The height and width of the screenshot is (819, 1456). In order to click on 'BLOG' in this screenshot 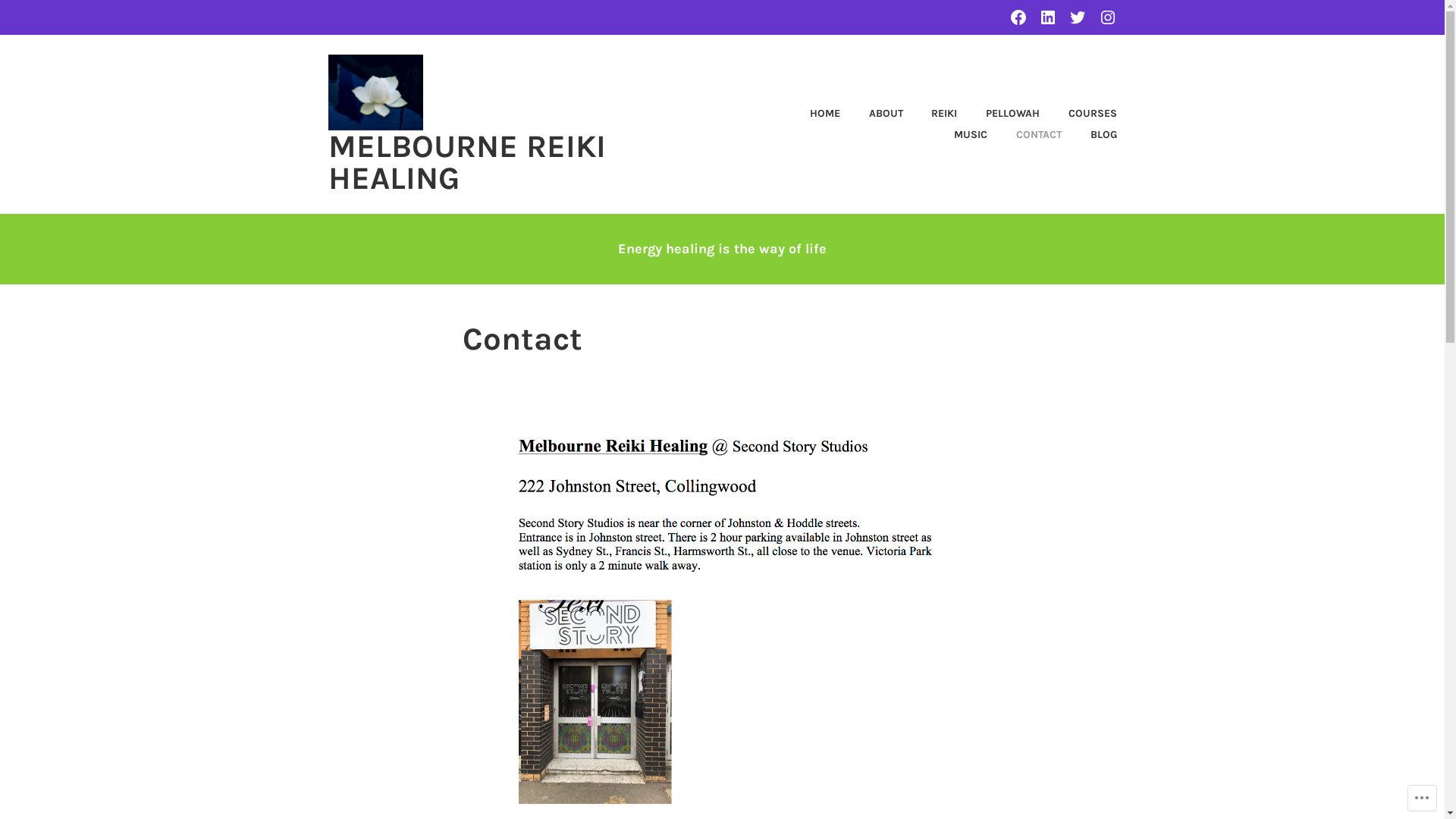, I will do `click(1090, 133)`.